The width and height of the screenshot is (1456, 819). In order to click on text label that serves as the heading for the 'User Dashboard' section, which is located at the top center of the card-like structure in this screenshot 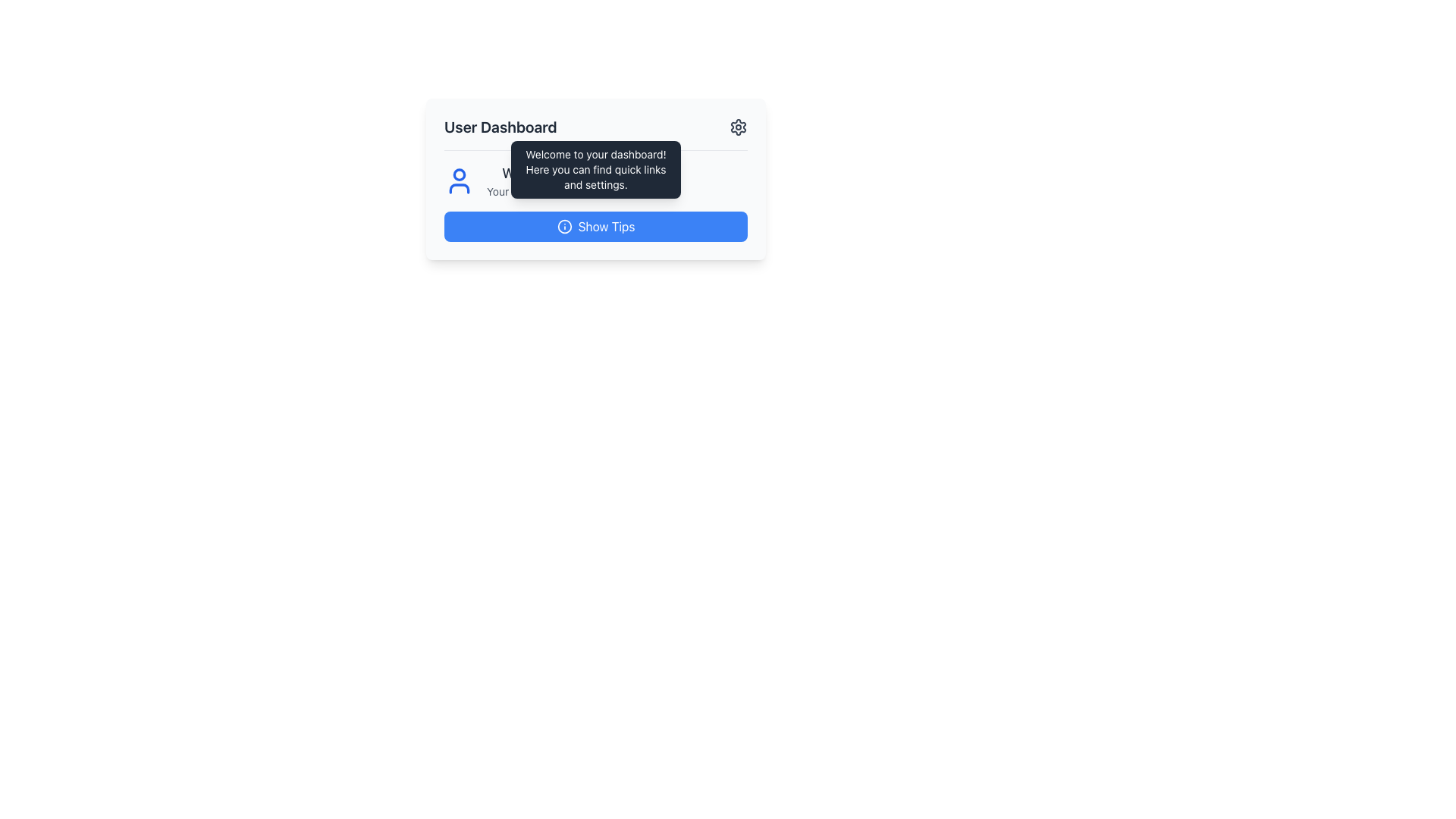, I will do `click(500, 127)`.